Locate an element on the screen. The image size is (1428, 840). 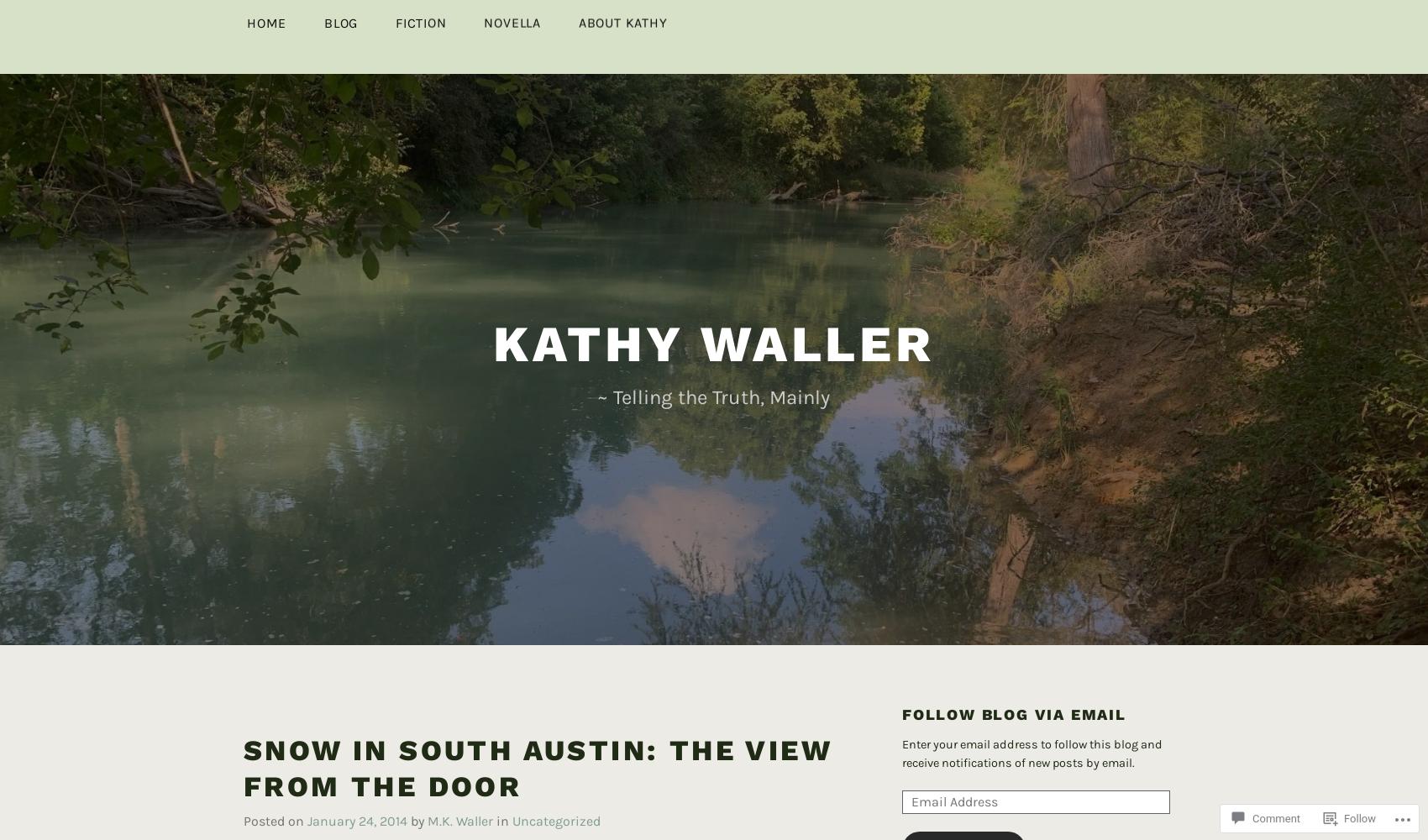
'Follow Blog via Email' is located at coordinates (1013, 686).